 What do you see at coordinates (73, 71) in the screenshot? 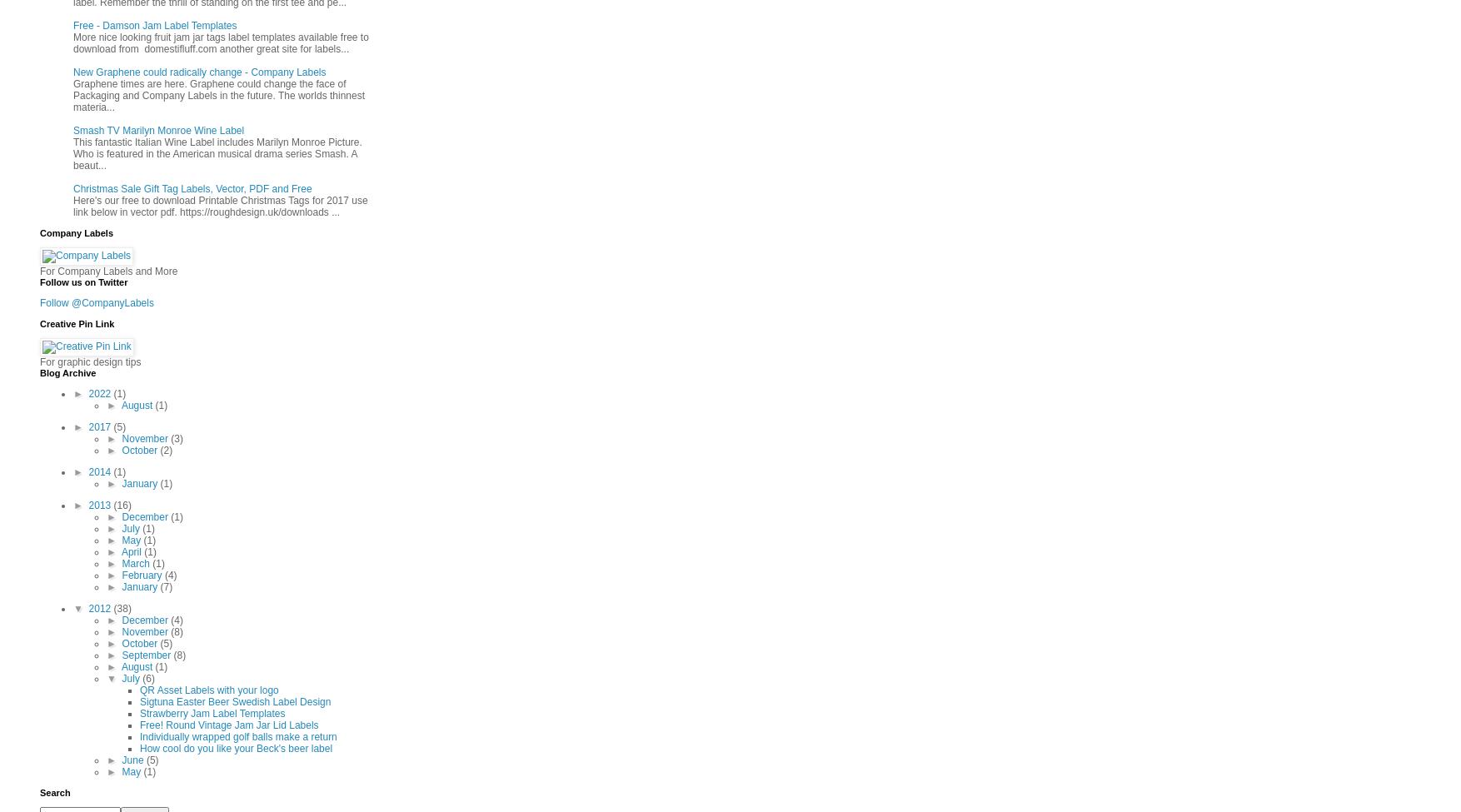
I see `'New Graphene could radically change  - Company Labels'` at bounding box center [73, 71].